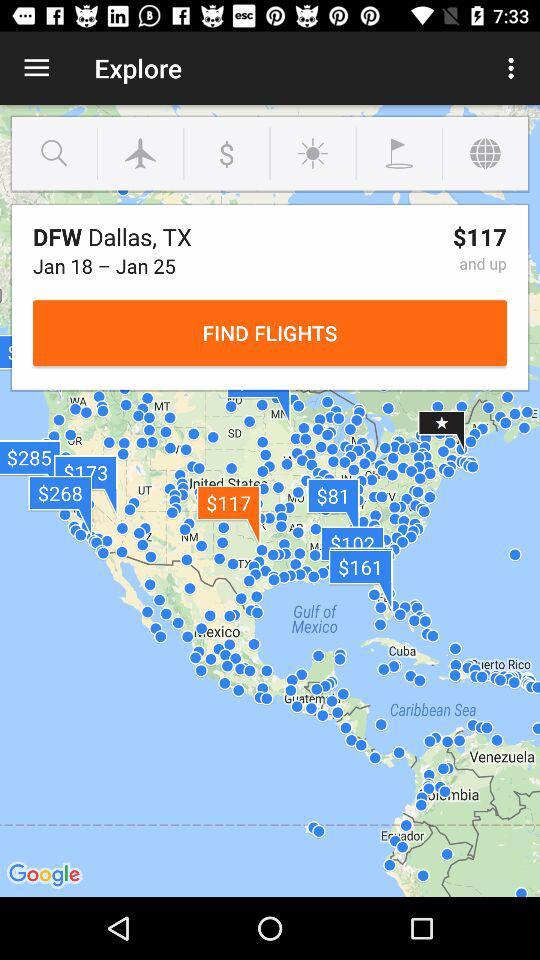  Describe the element at coordinates (513, 68) in the screenshot. I see `the icon next to the explore icon` at that location.